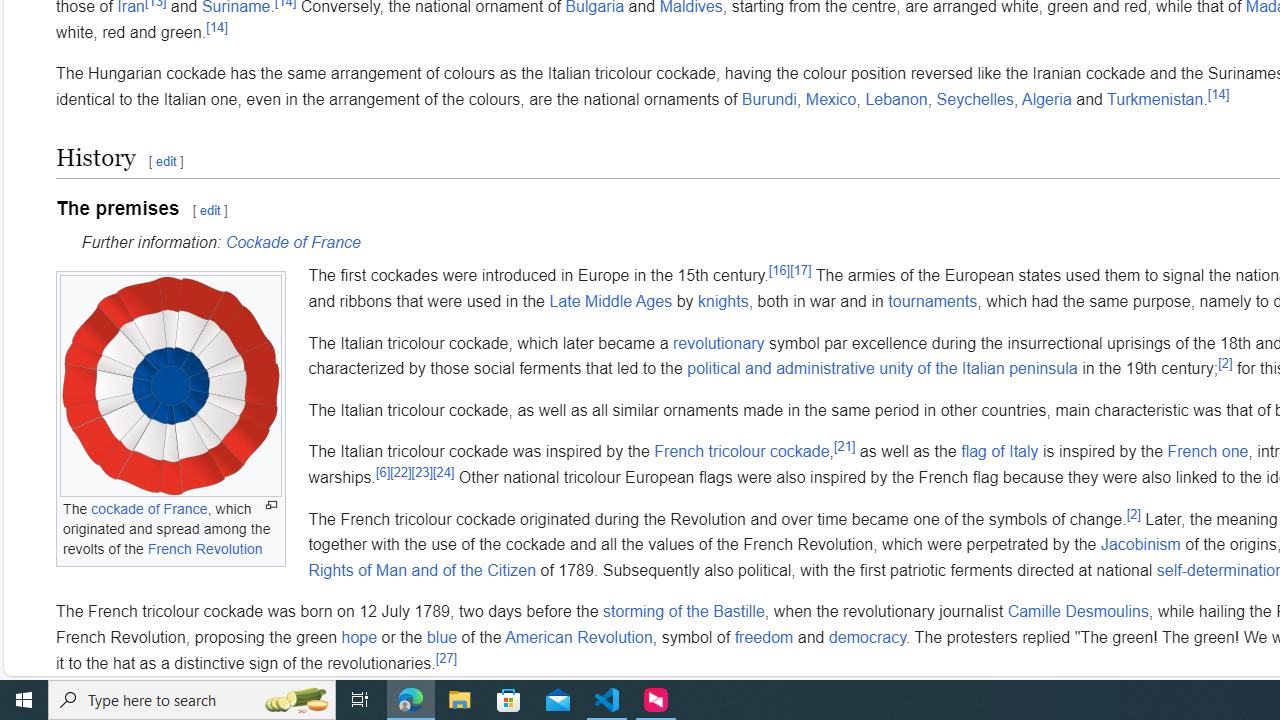  I want to click on 'freedom', so click(762, 636).